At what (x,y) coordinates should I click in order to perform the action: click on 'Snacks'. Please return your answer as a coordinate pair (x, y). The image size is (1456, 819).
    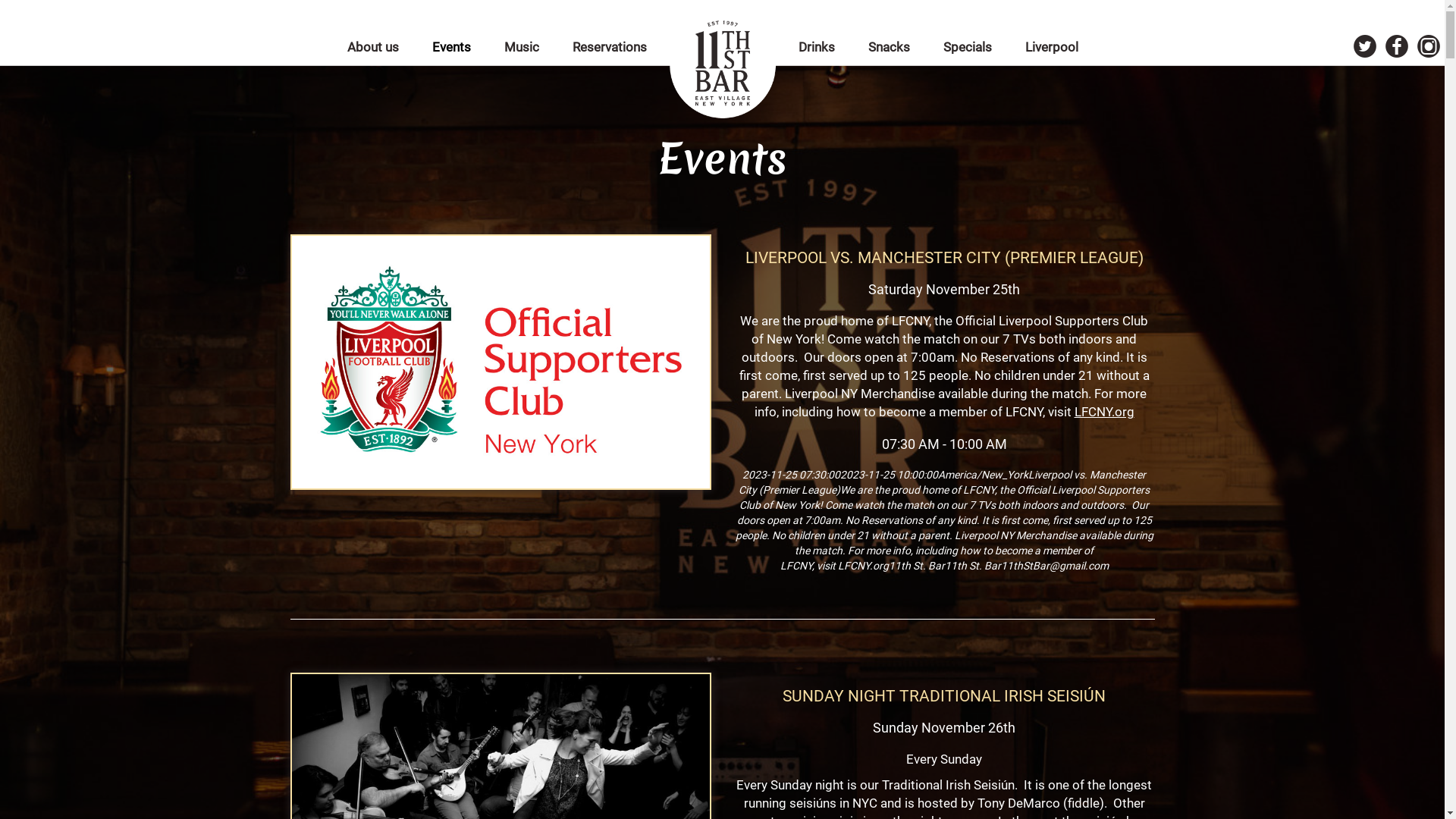
    Looking at the image, I should click on (890, 45).